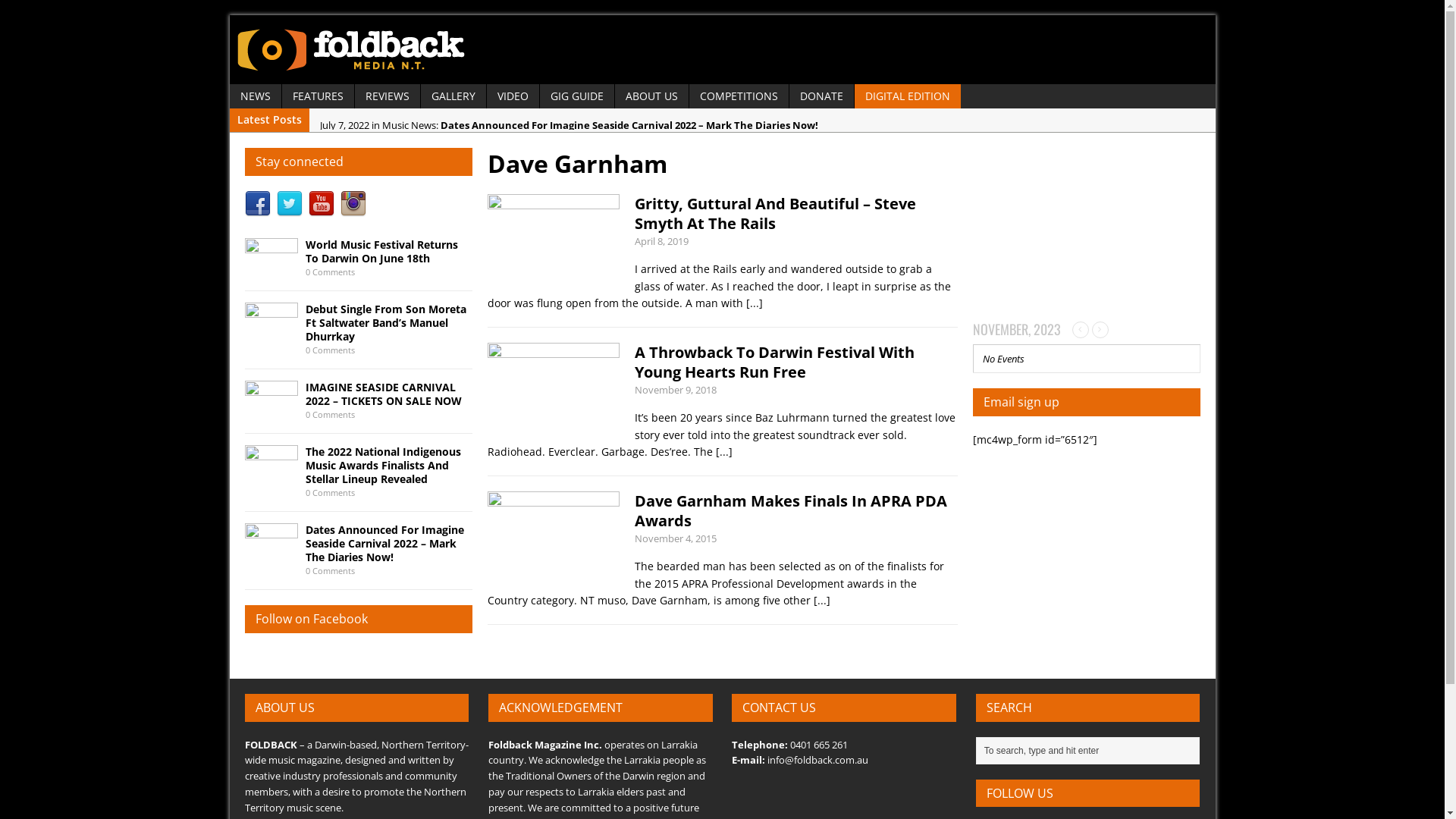 This screenshot has width=1456, height=819. I want to click on 'A Throwback To Darwin Festival With Young Hearts Run Free', so click(773, 362).